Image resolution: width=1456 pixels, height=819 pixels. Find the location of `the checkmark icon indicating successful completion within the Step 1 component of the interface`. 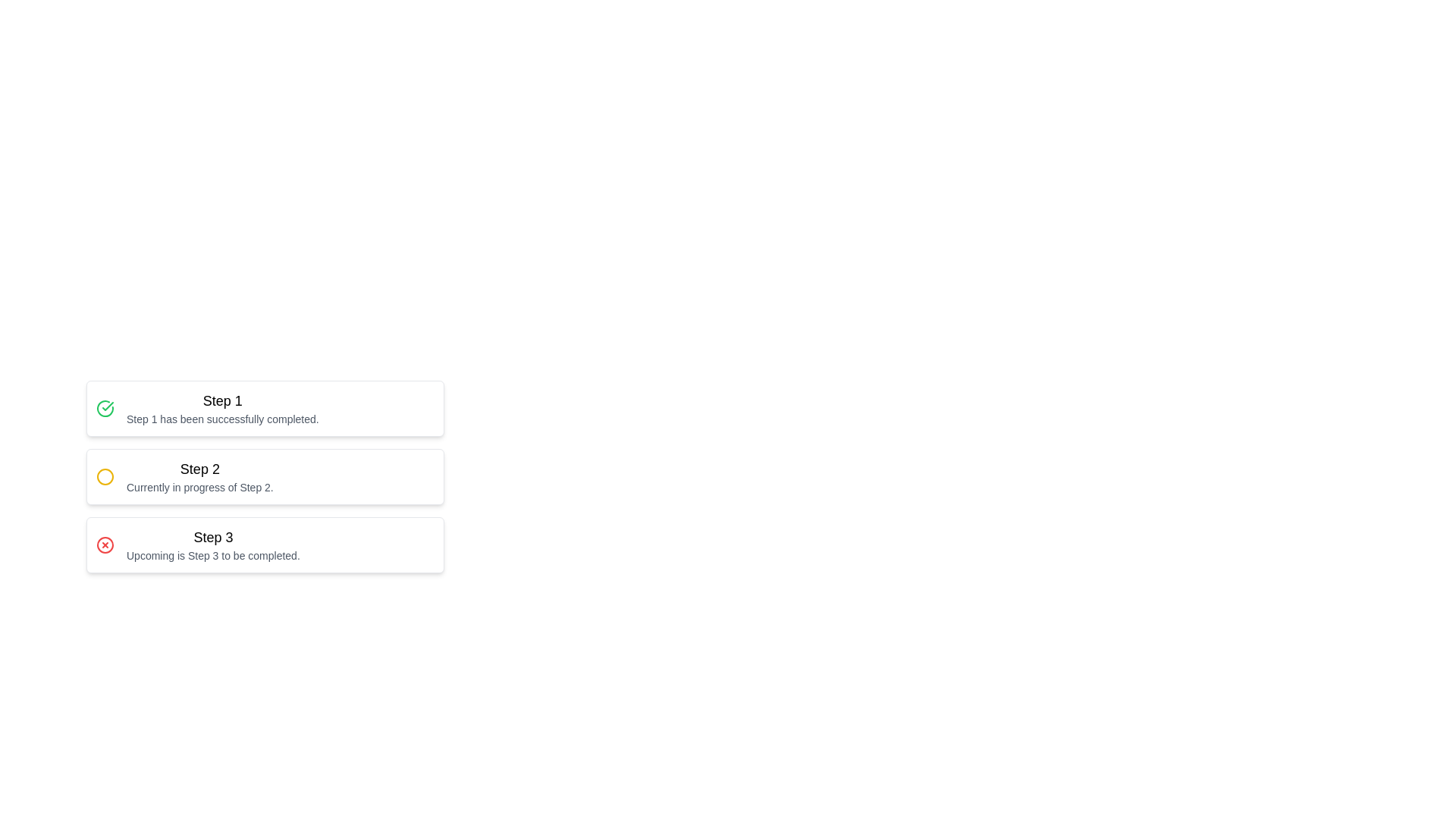

the checkmark icon indicating successful completion within the Step 1 component of the interface is located at coordinates (107, 406).